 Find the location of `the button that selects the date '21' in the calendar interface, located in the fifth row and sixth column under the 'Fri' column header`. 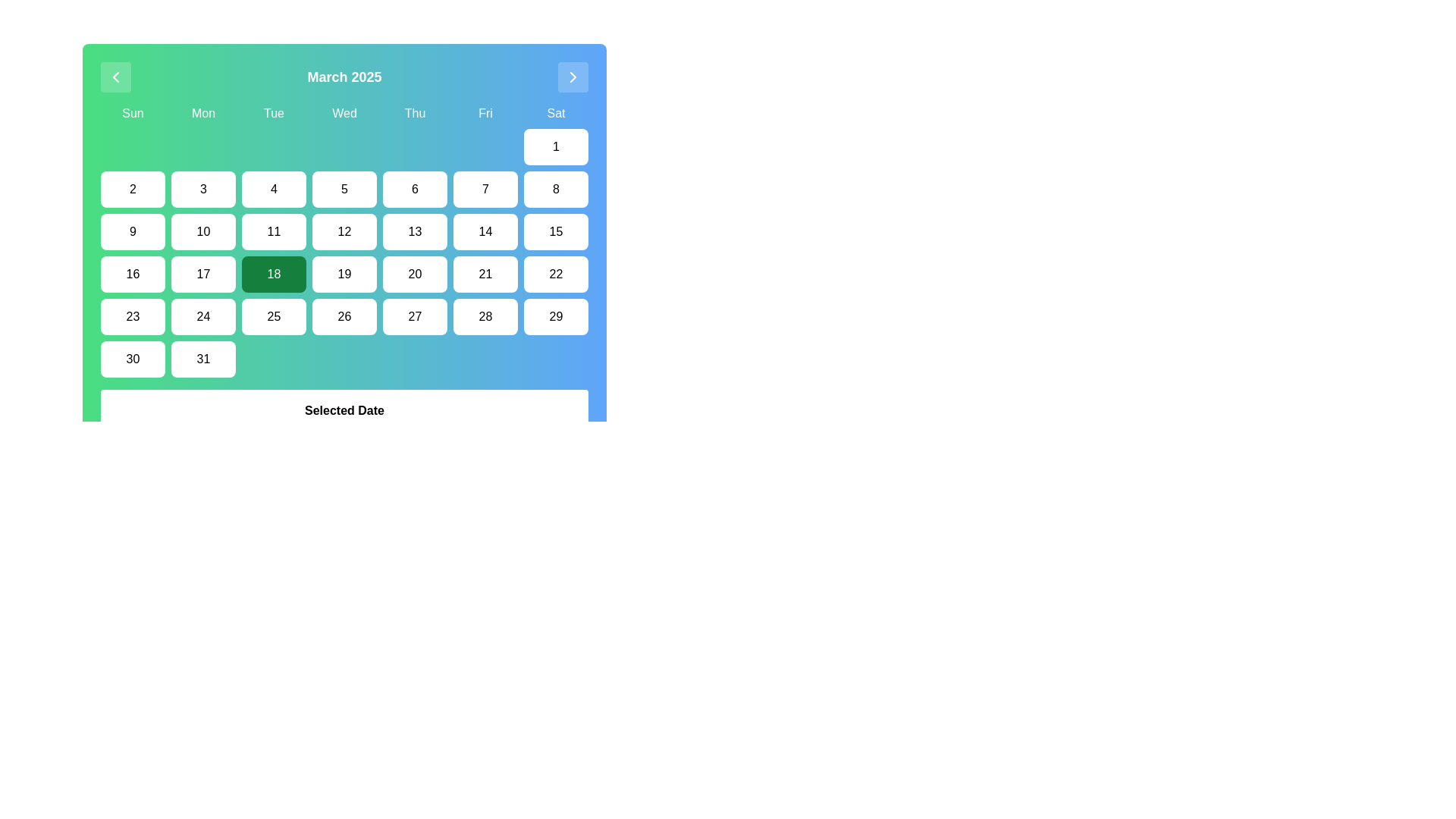

the button that selects the date '21' in the calendar interface, located in the fifth row and sixth column under the 'Fri' column header is located at coordinates (485, 275).